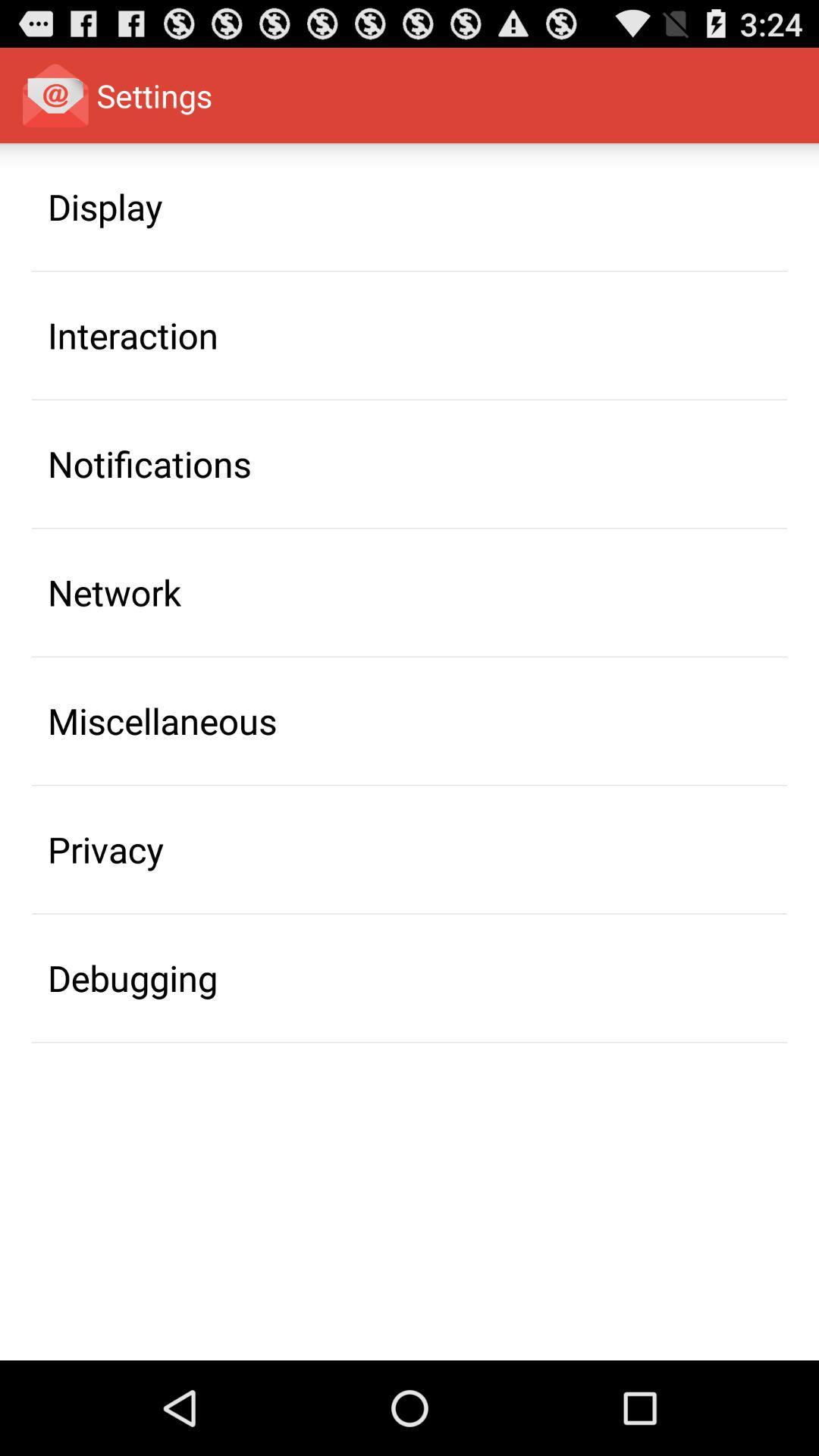  What do you see at coordinates (162, 720) in the screenshot?
I see `the app below the network` at bounding box center [162, 720].